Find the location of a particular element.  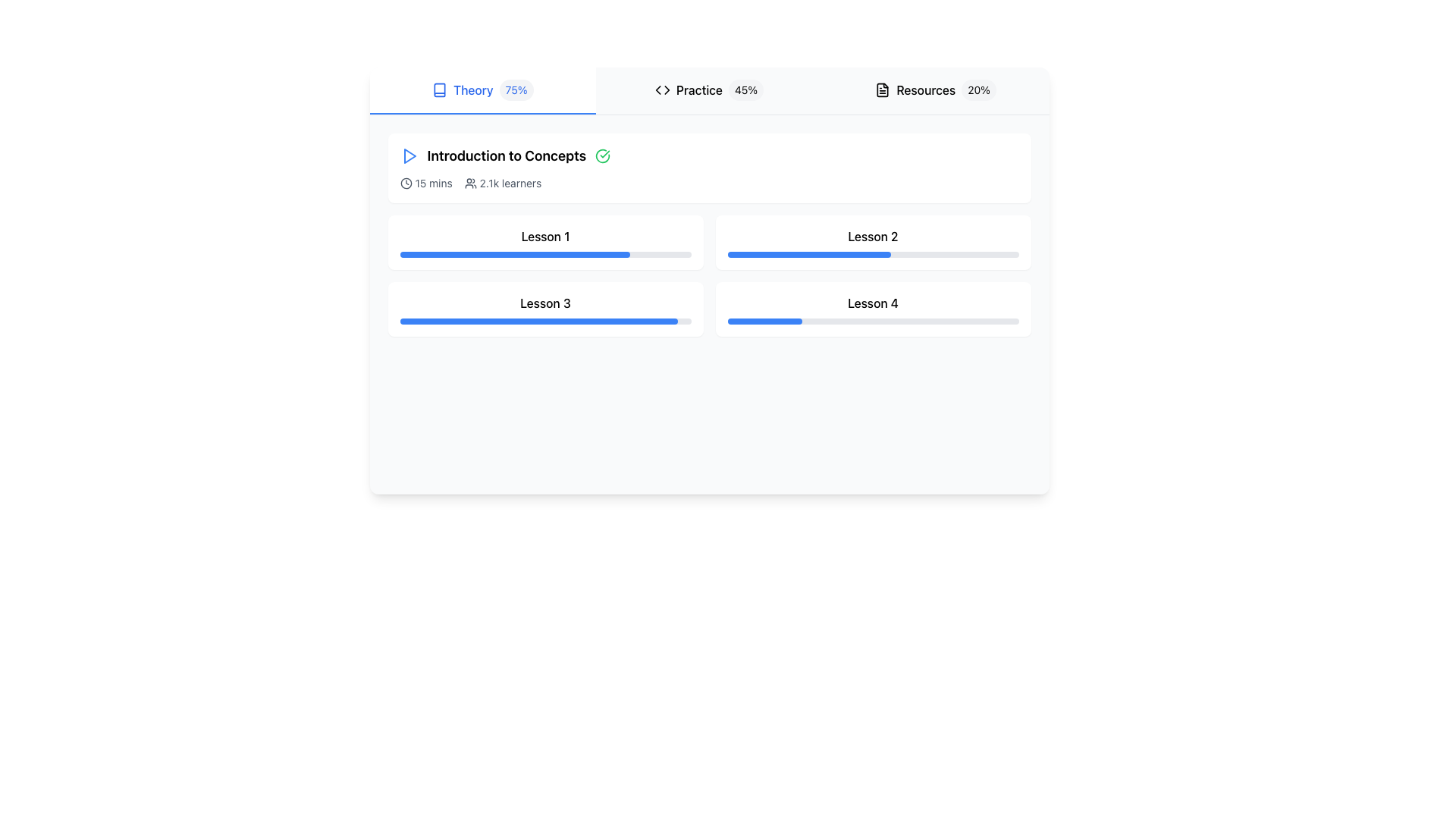

the larger outer circle of the SVG icon located in the top left quadrant of the interface is located at coordinates (406, 183).